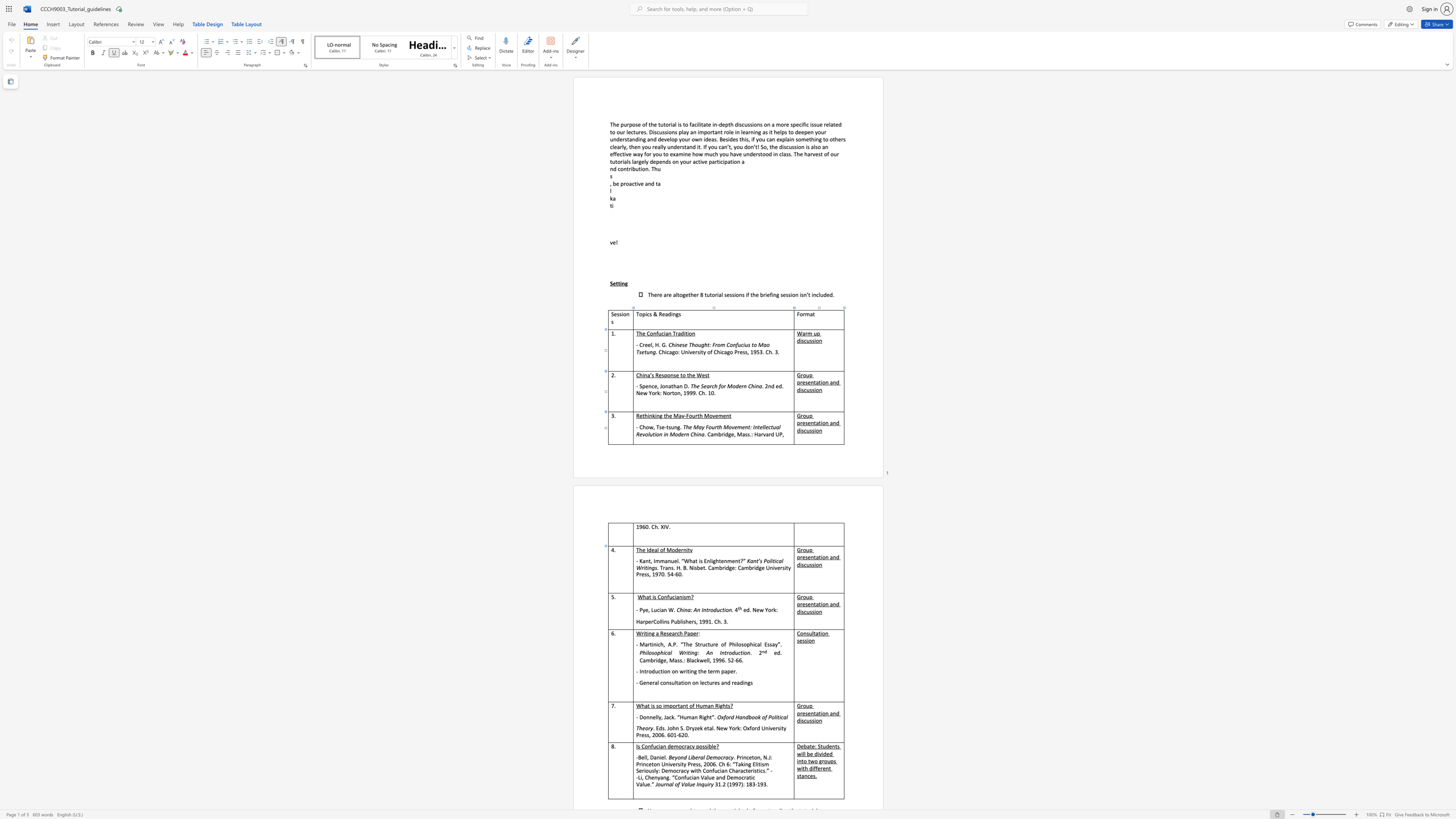 The width and height of the screenshot is (1456, 819). I want to click on the space between the continuous character "t" and "i" in the text, so click(820, 557).